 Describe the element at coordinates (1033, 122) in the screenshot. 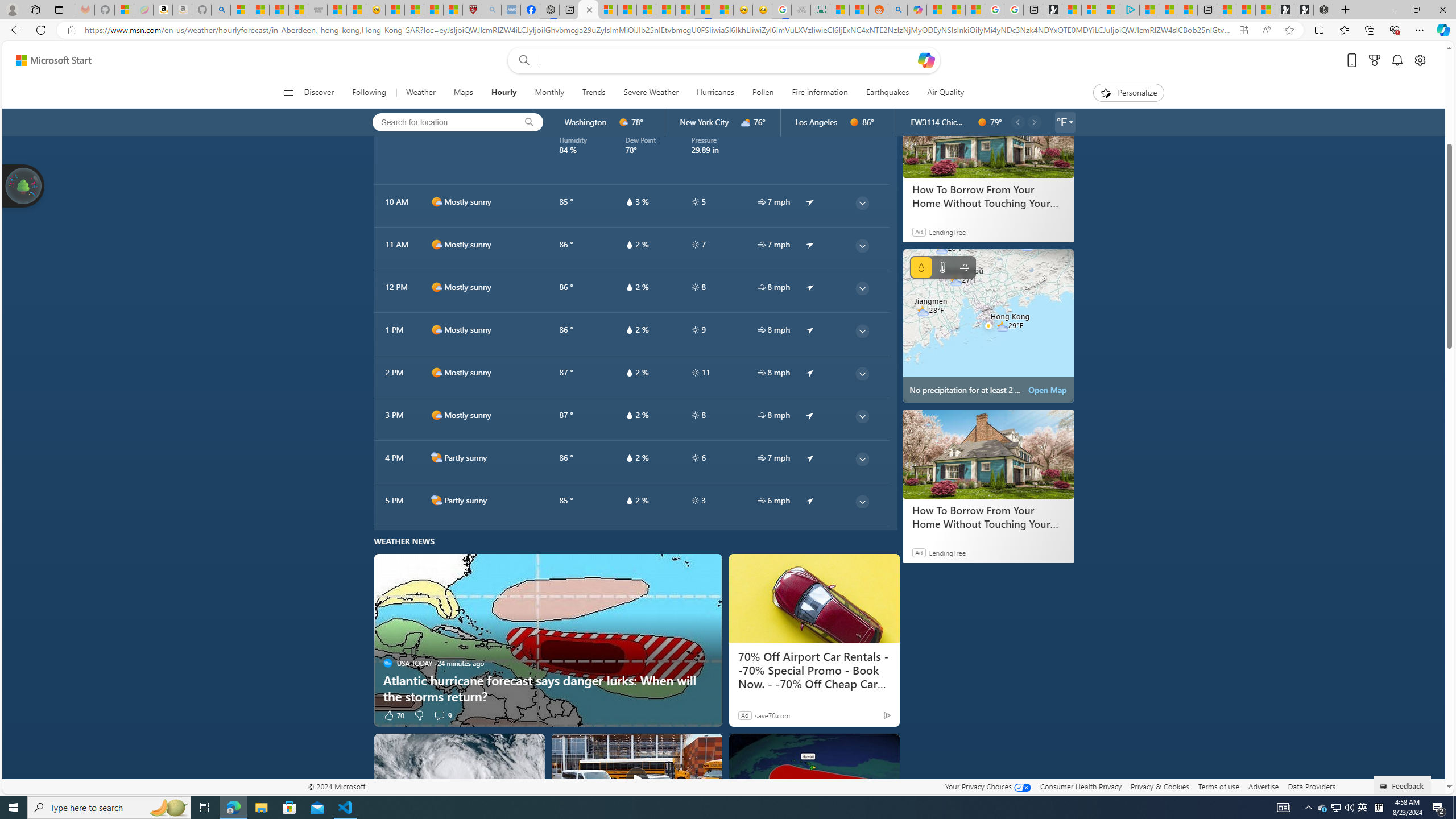

I see `'common/carouselChevron'` at that location.